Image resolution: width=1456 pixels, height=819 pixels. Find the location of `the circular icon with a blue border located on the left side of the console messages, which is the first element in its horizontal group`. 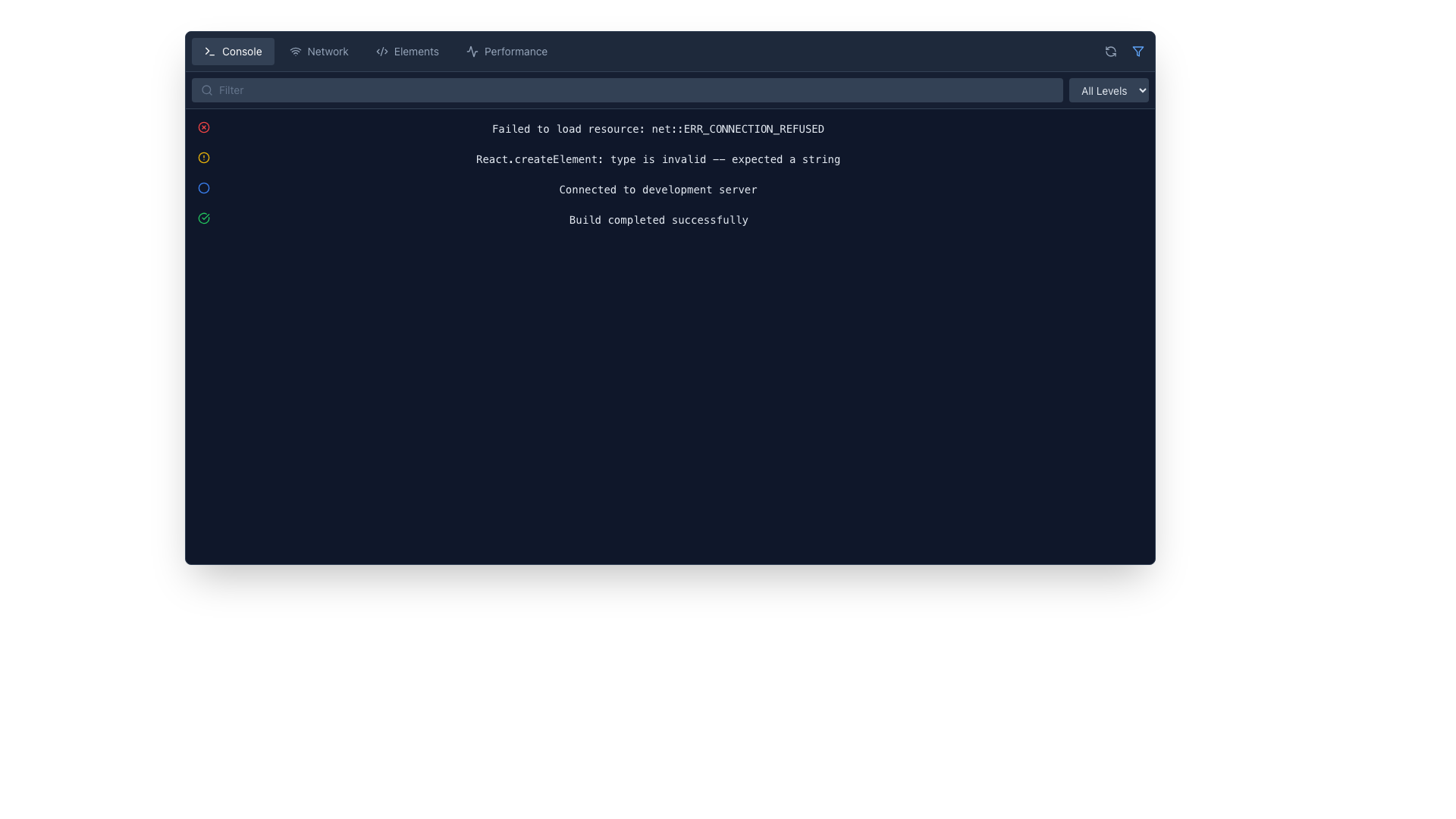

the circular icon with a blue border located on the left side of the console messages, which is the first element in its horizontal group is located at coordinates (202, 187).